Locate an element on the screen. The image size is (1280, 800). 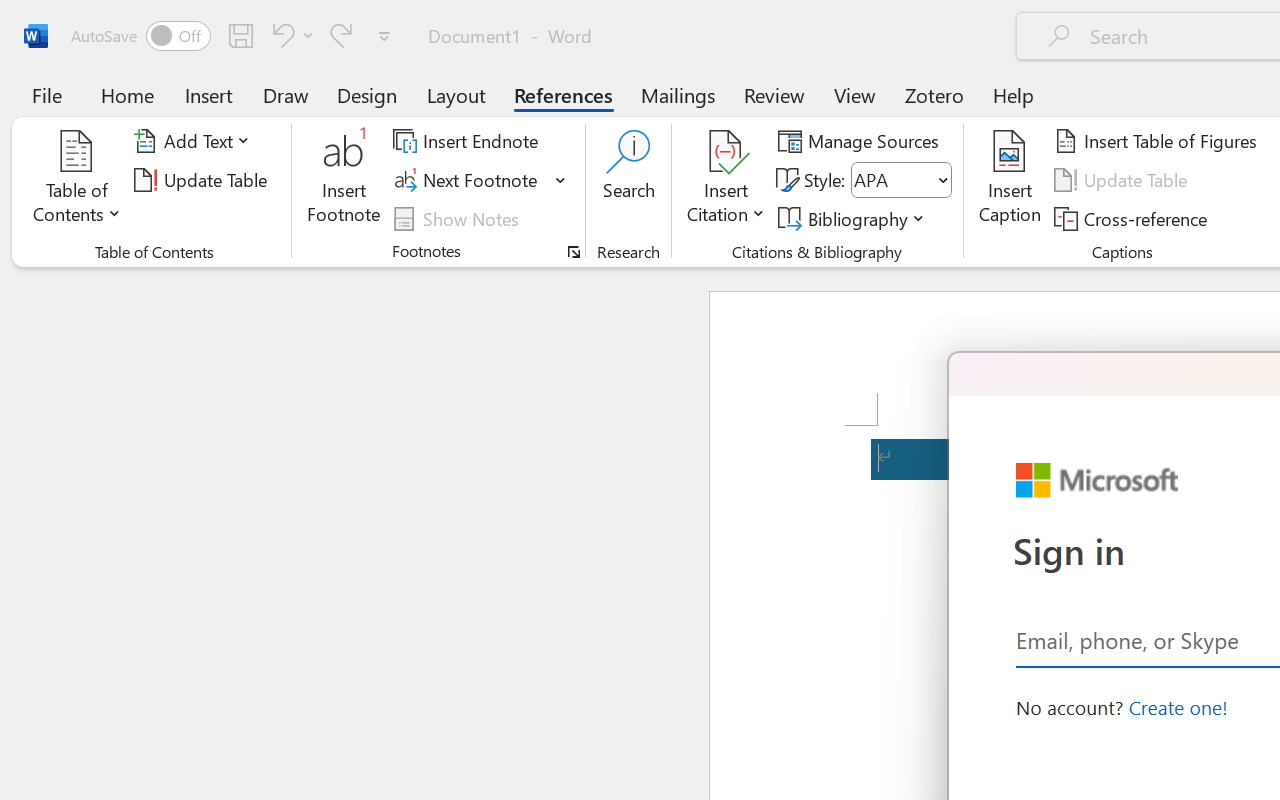
'Next Footnote' is located at coordinates (467, 179).